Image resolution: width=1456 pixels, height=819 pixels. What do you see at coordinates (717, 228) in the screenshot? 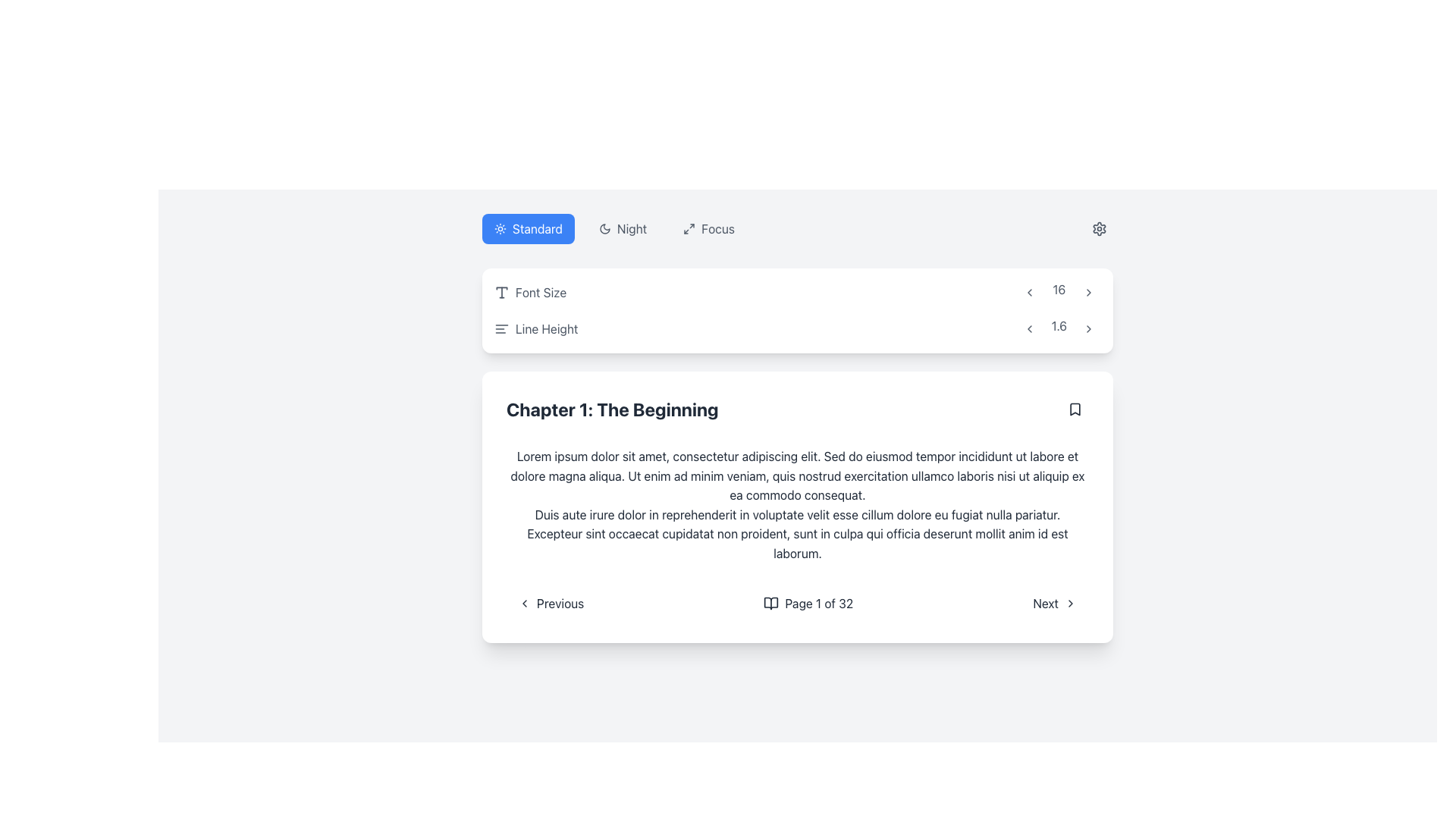
I see `the 'Focus' text label, which is styled in a clean, sans-serif font and appears dark gray on a light gray background, located near the upper-right corner of the interface` at bounding box center [717, 228].